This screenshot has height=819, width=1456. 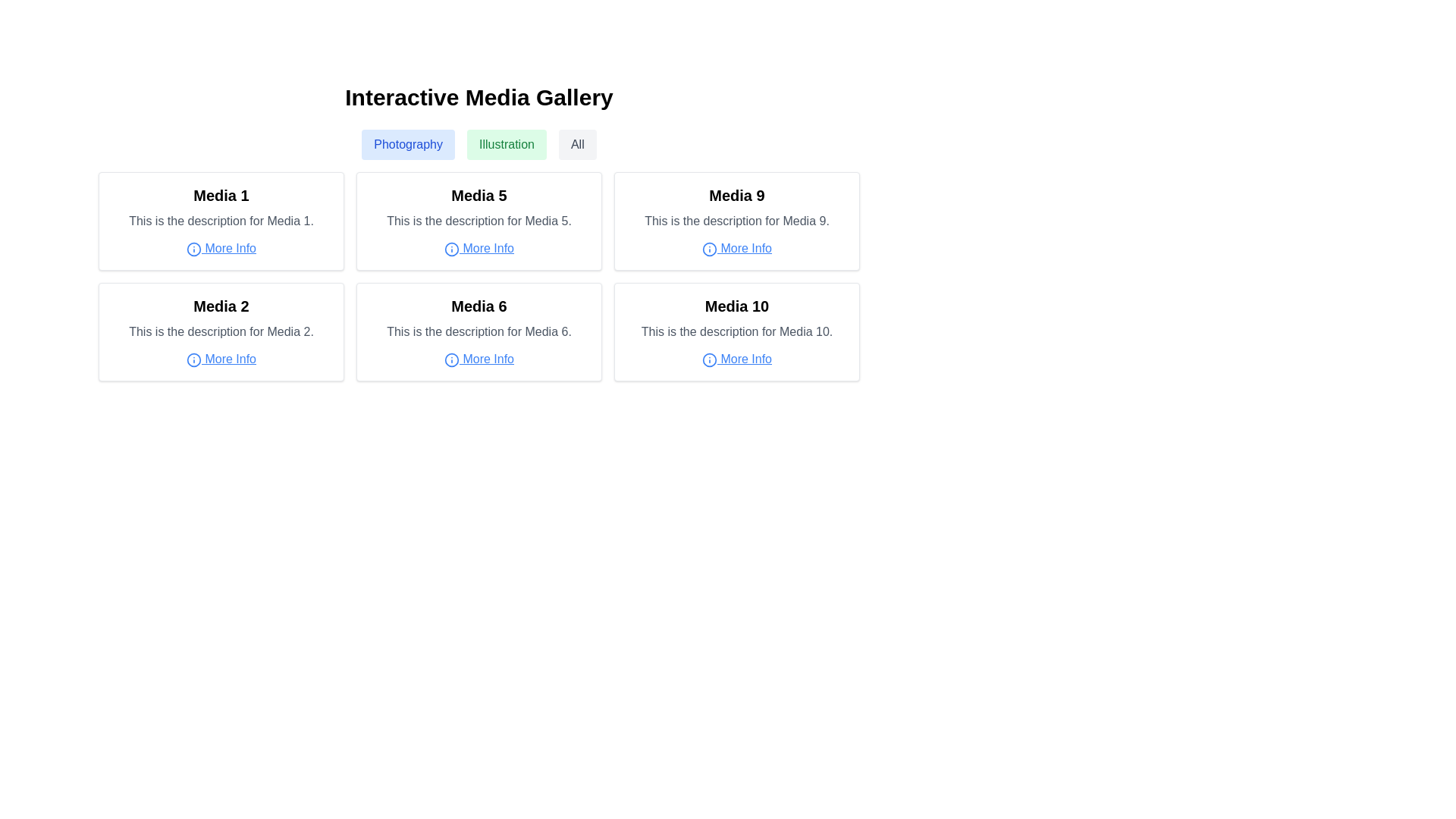 I want to click on the SVG Circle that represents the 'info' icon located in the 'More Info' section below 'Media 9', so click(x=709, y=248).